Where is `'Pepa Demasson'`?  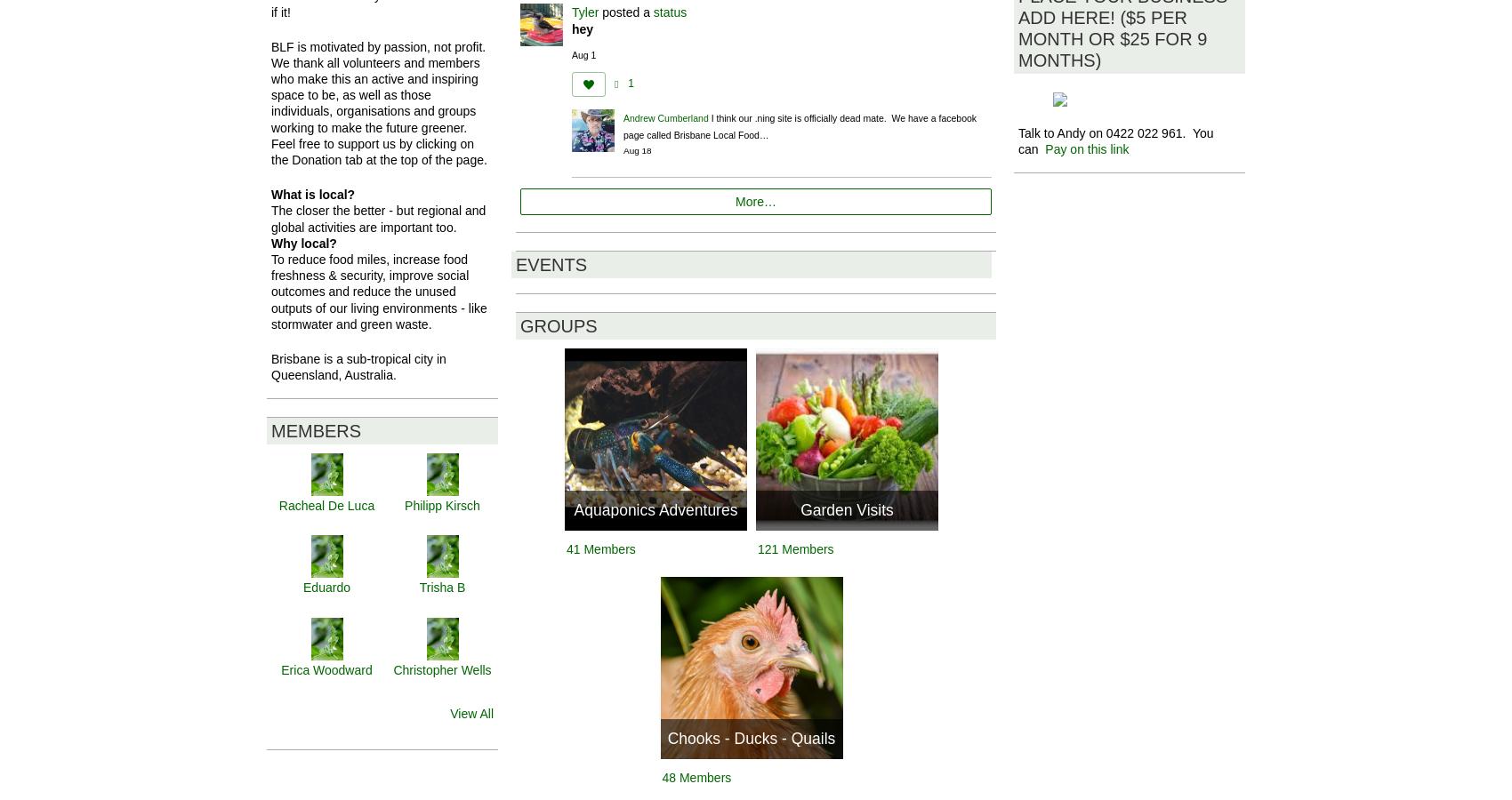 'Pepa Demasson' is located at coordinates (442, 751).